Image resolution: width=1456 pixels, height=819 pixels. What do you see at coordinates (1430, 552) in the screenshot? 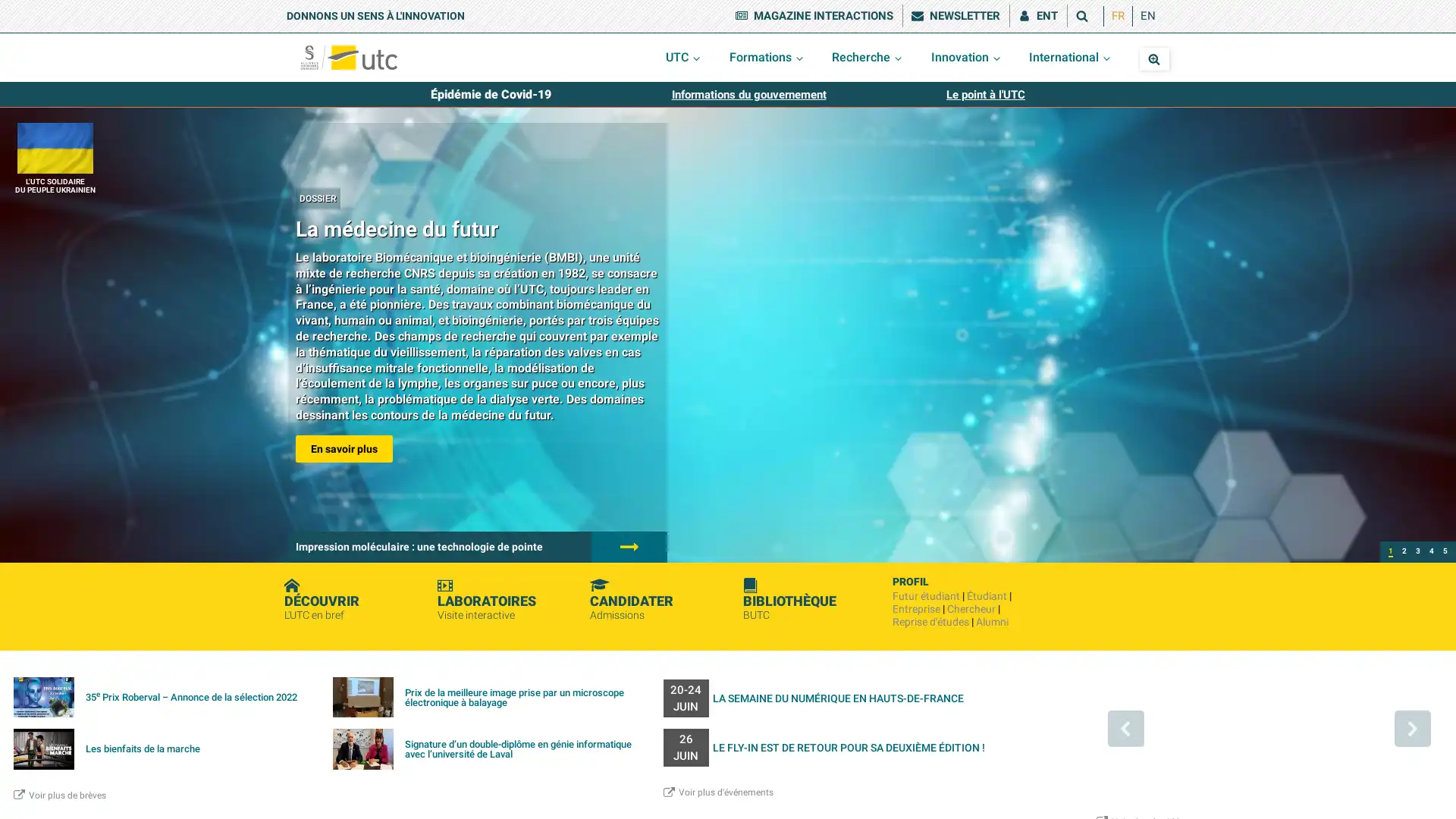
I see `Une IA sure et robuste` at bounding box center [1430, 552].